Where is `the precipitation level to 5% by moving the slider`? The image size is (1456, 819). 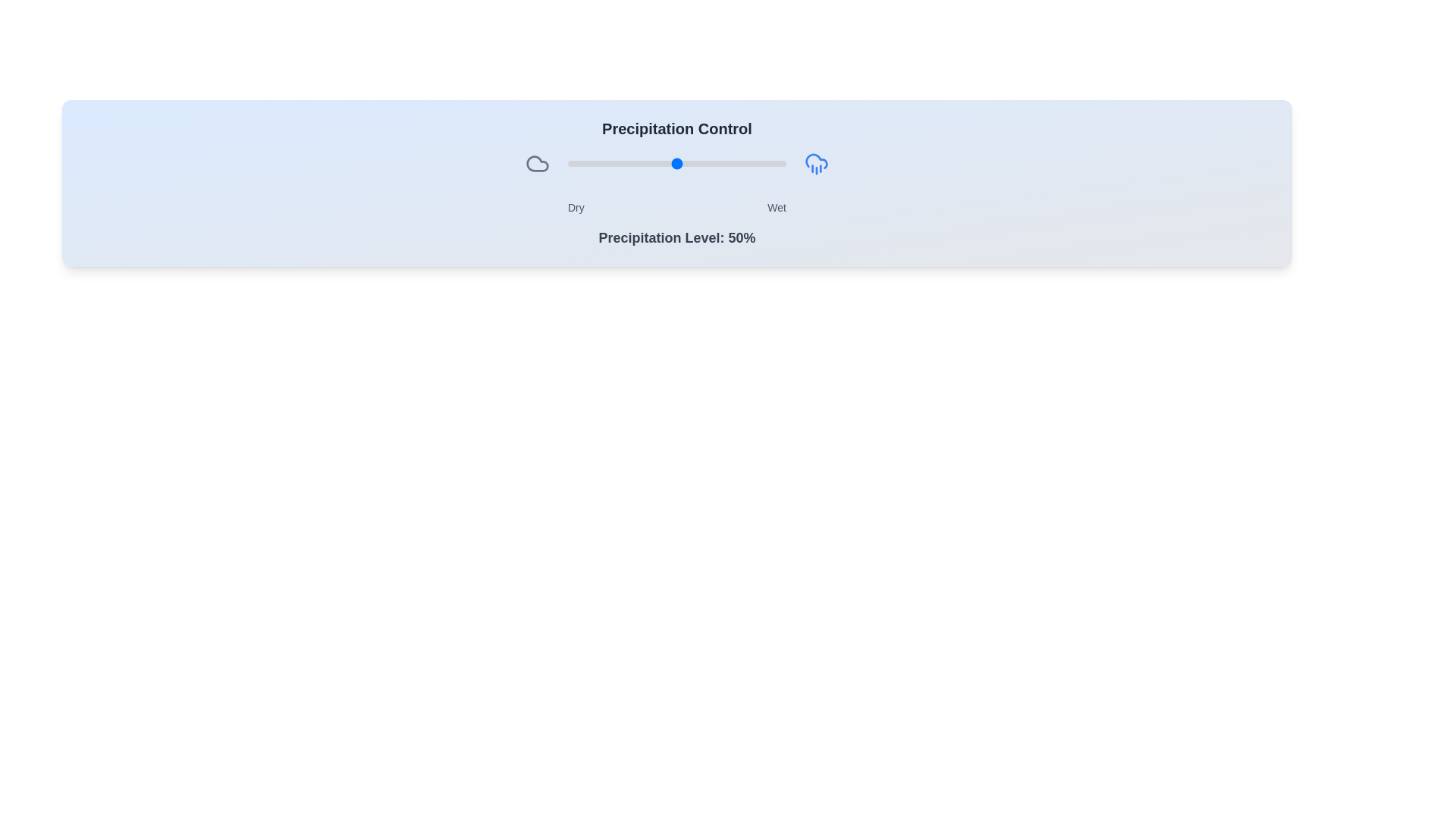
the precipitation level to 5% by moving the slider is located at coordinates (578, 164).